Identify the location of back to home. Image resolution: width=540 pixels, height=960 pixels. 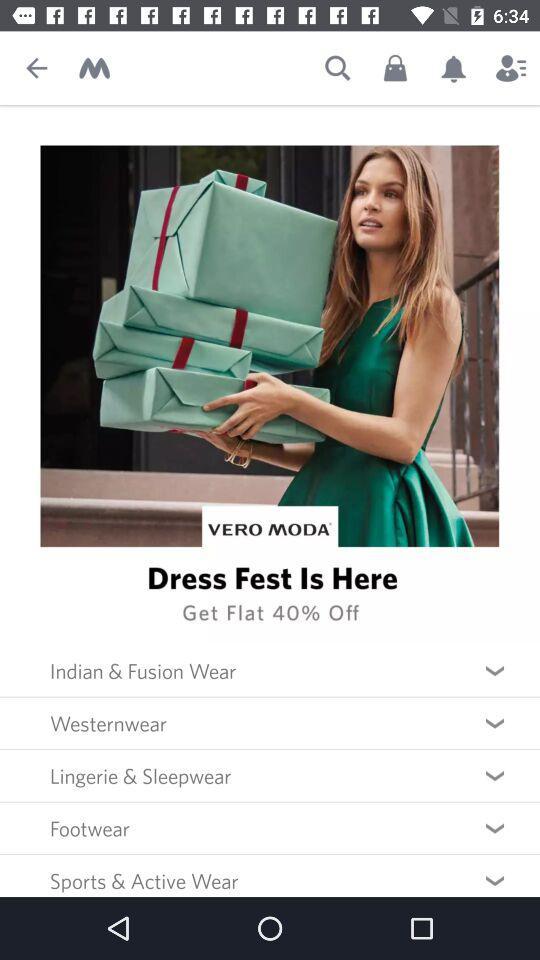
(93, 68).